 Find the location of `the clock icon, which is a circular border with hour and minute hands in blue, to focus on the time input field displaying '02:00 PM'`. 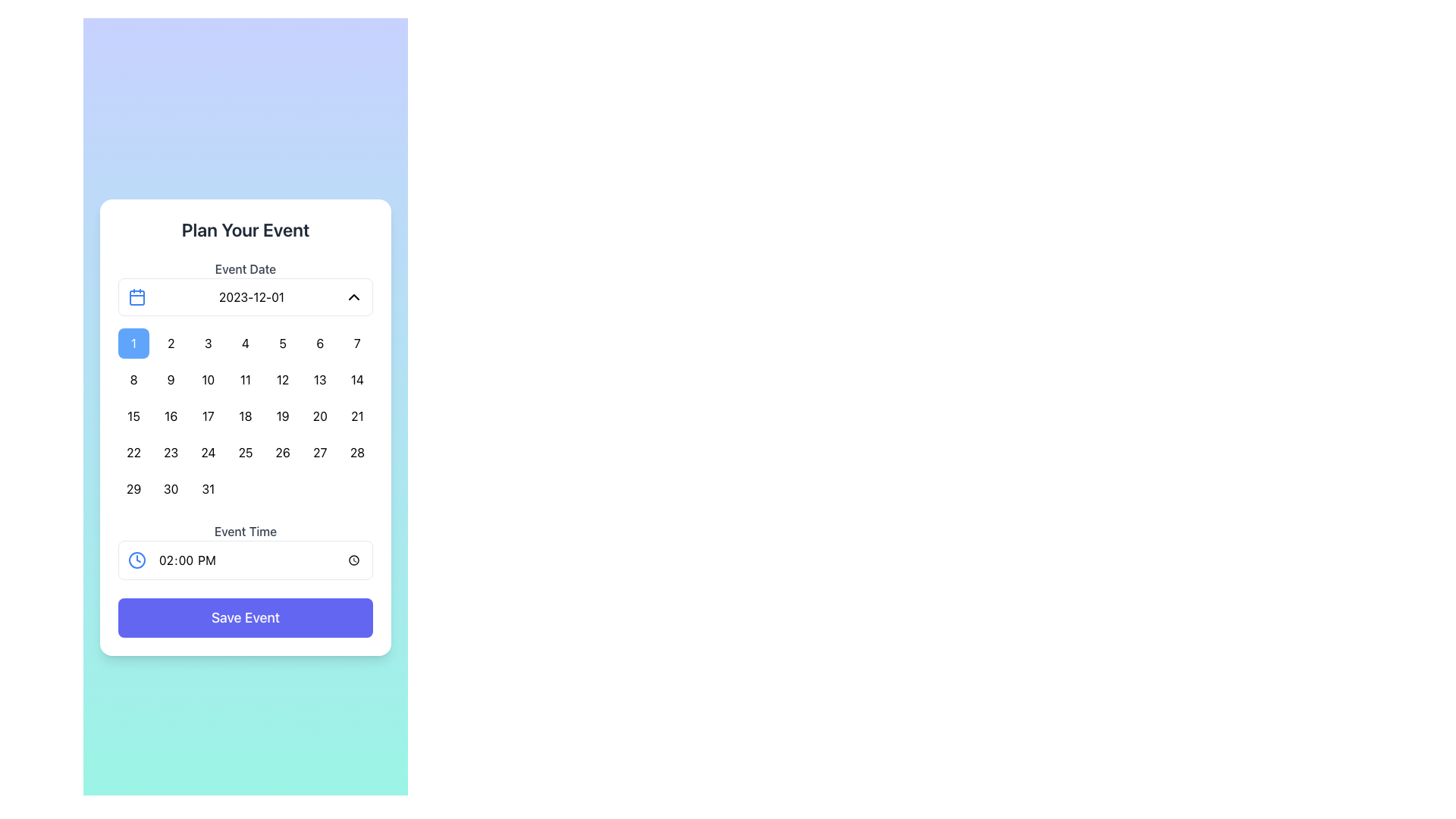

the clock icon, which is a circular border with hour and minute hands in blue, to focus on the time input field displaying '02:00 PM' is located at coordinates (137, 560).